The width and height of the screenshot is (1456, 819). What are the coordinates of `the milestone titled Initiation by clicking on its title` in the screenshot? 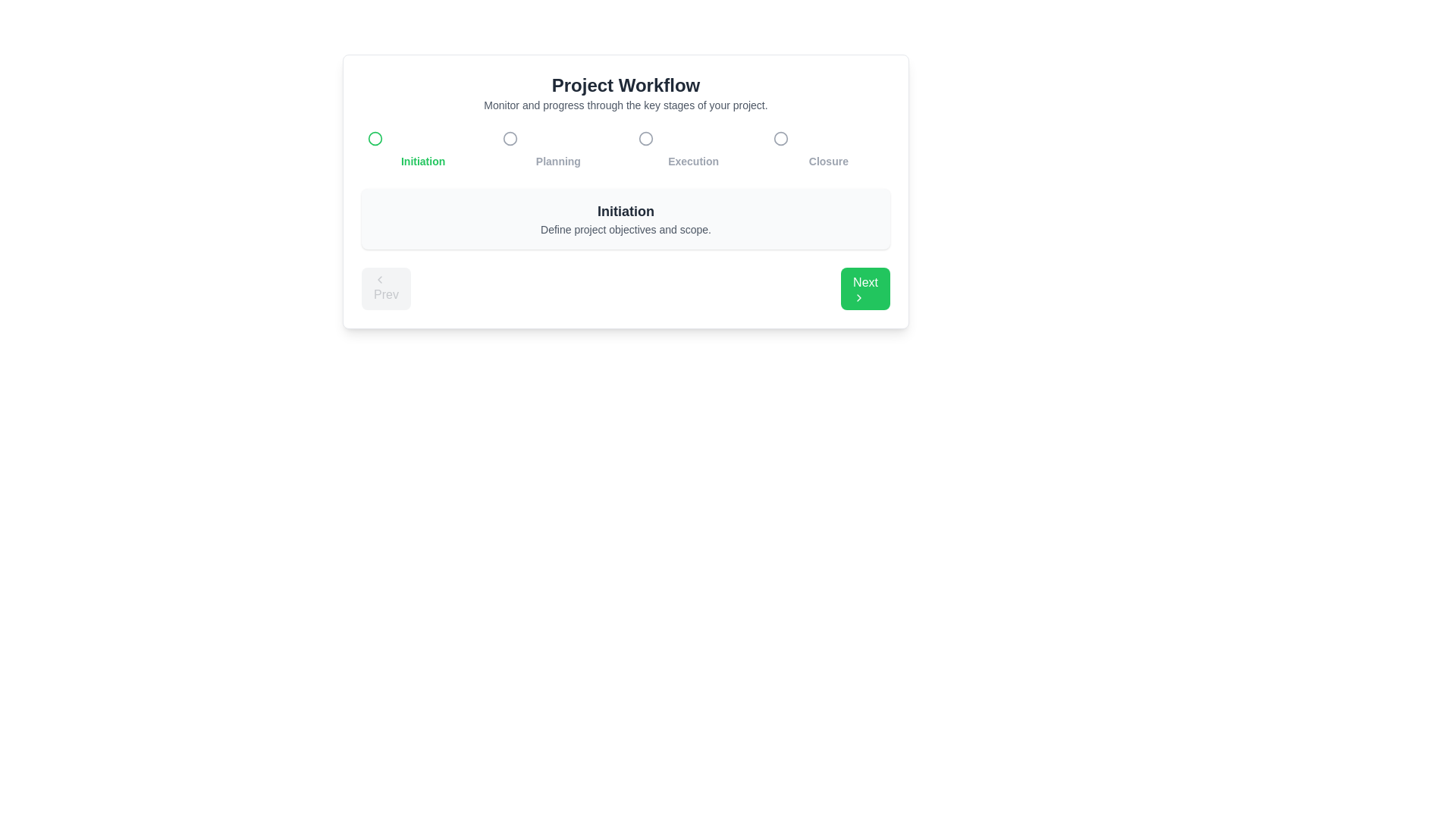 It's located at (423, 148).